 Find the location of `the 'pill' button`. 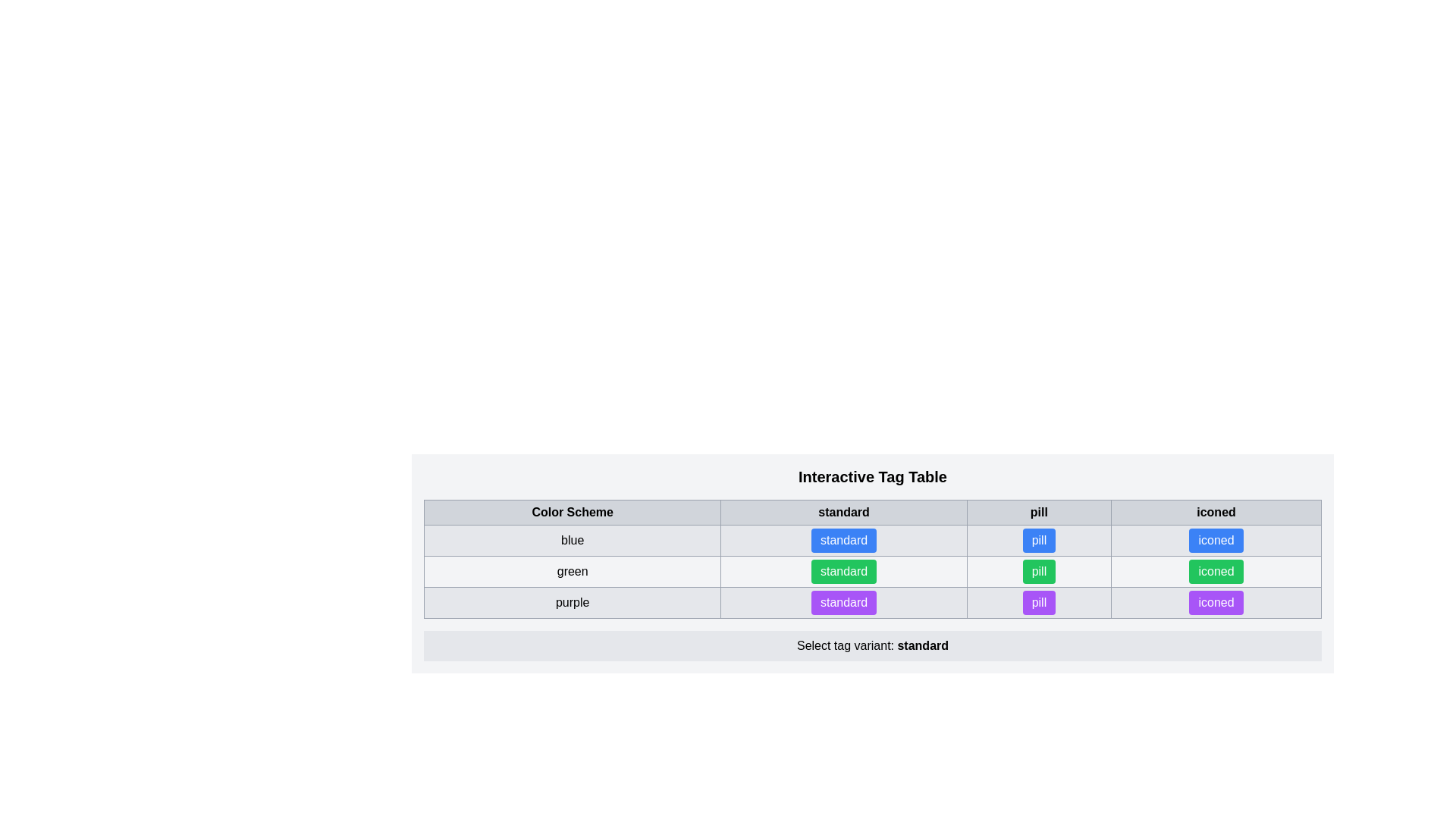

the 'pill' button is located at coordinates (1038, 571).